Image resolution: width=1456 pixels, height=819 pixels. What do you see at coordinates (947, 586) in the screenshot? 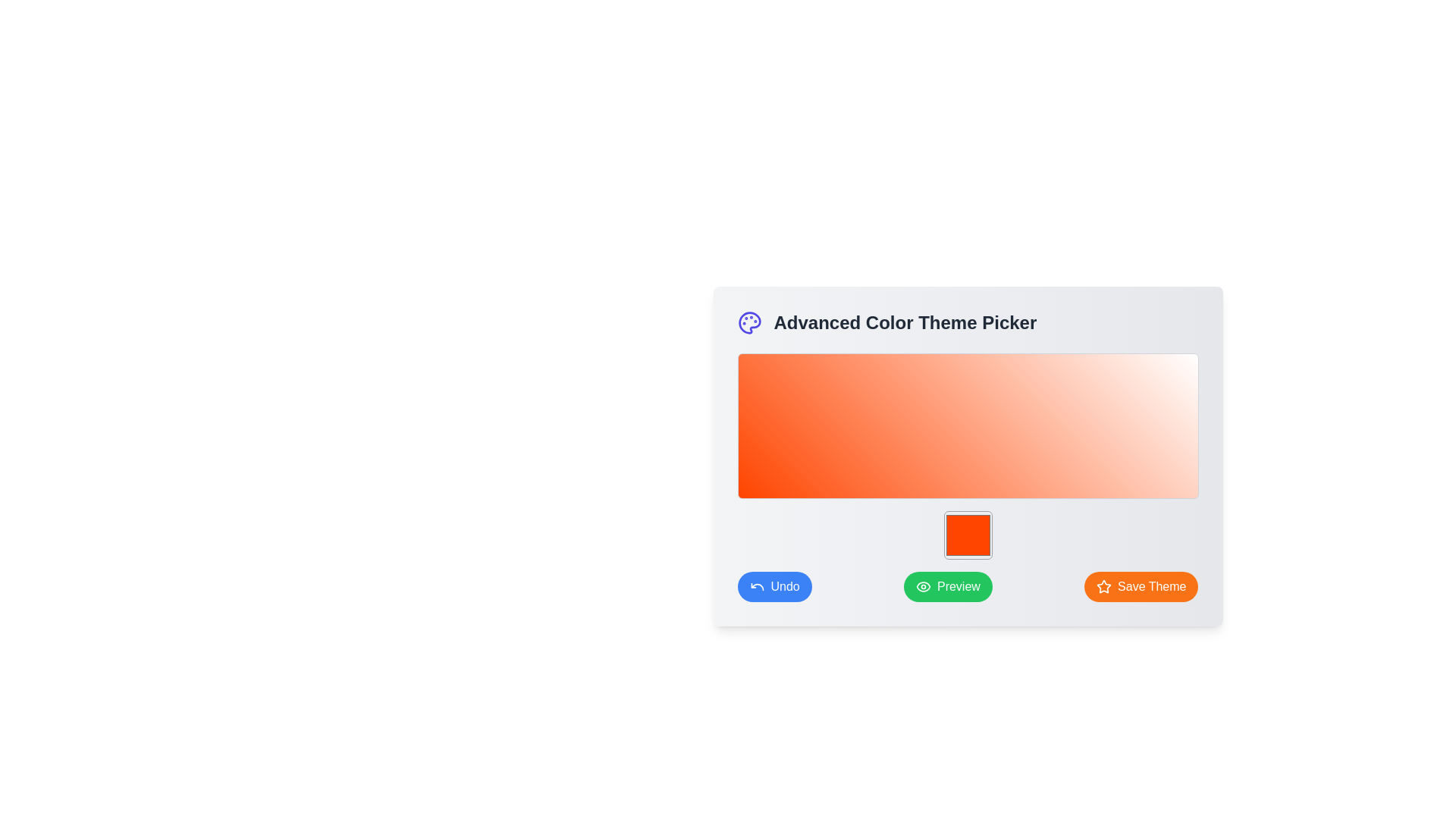
I see `the oval-shaped 'Preview' button with a green background and white text` at bounding box center [947, 586].